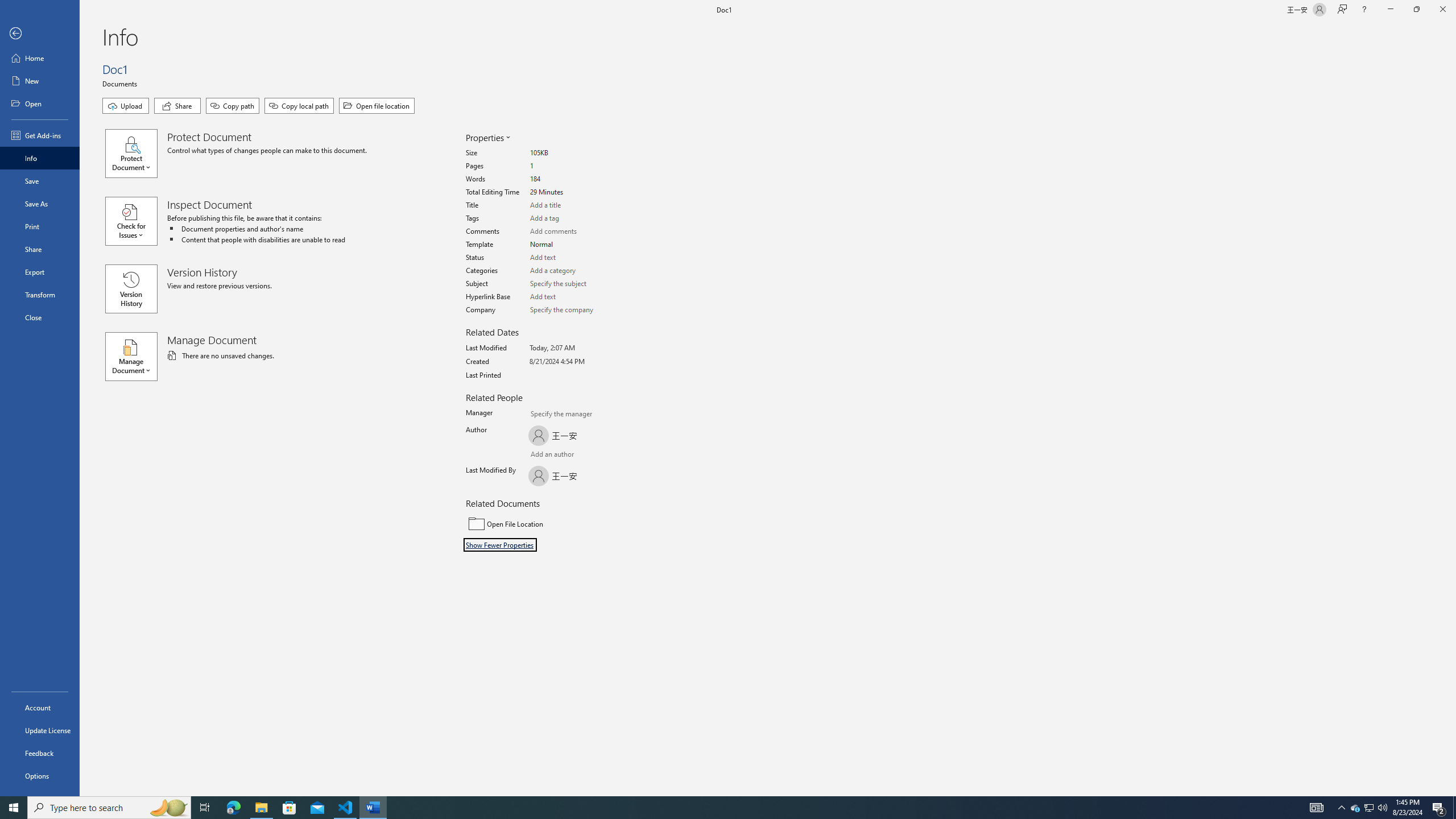 This screenshot has height=819, width=1456. I want to click on 'Account', so click(39, 708).